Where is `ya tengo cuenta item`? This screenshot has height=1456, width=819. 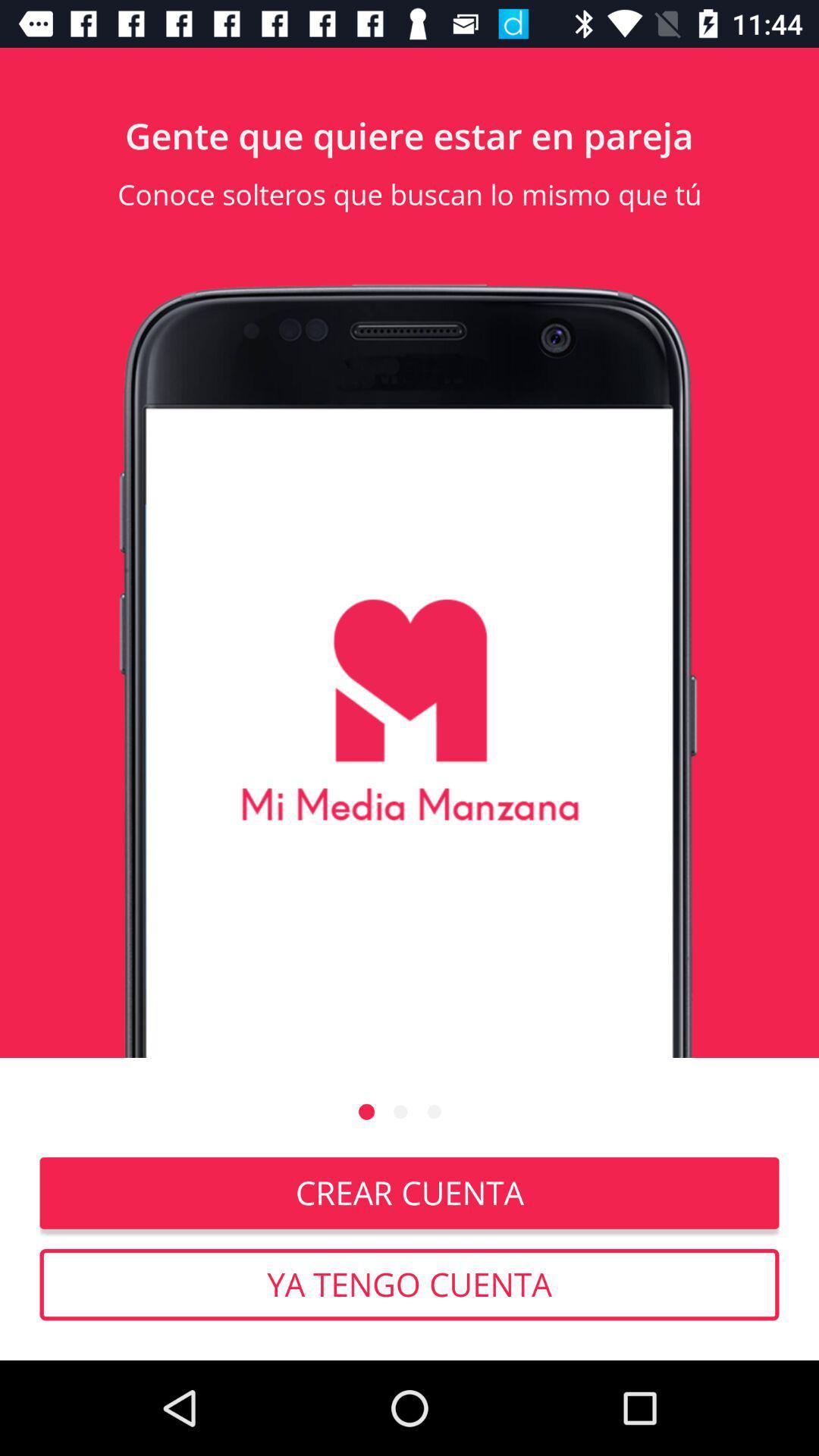
ya tengo cuenta item is located at coordinates (409, 1284).